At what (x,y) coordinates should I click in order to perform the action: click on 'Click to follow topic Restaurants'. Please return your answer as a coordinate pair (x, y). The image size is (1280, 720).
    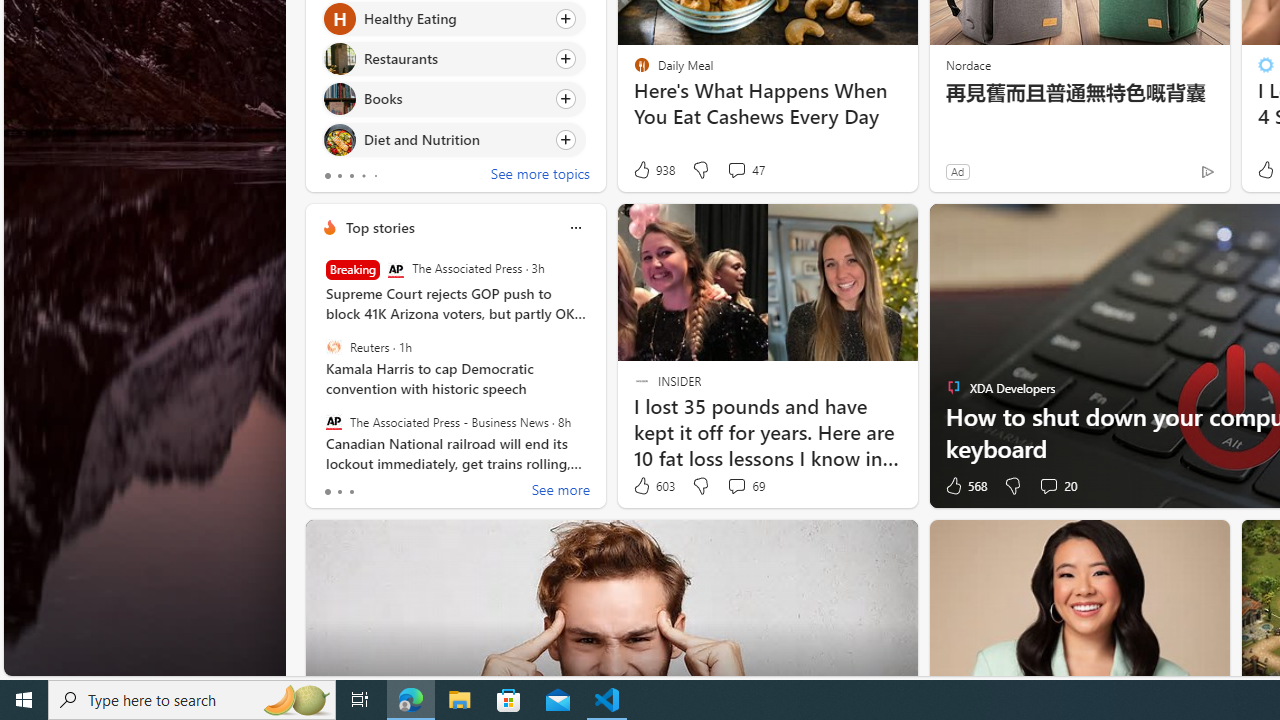
    Looking at the image, I should click on (452, 58).